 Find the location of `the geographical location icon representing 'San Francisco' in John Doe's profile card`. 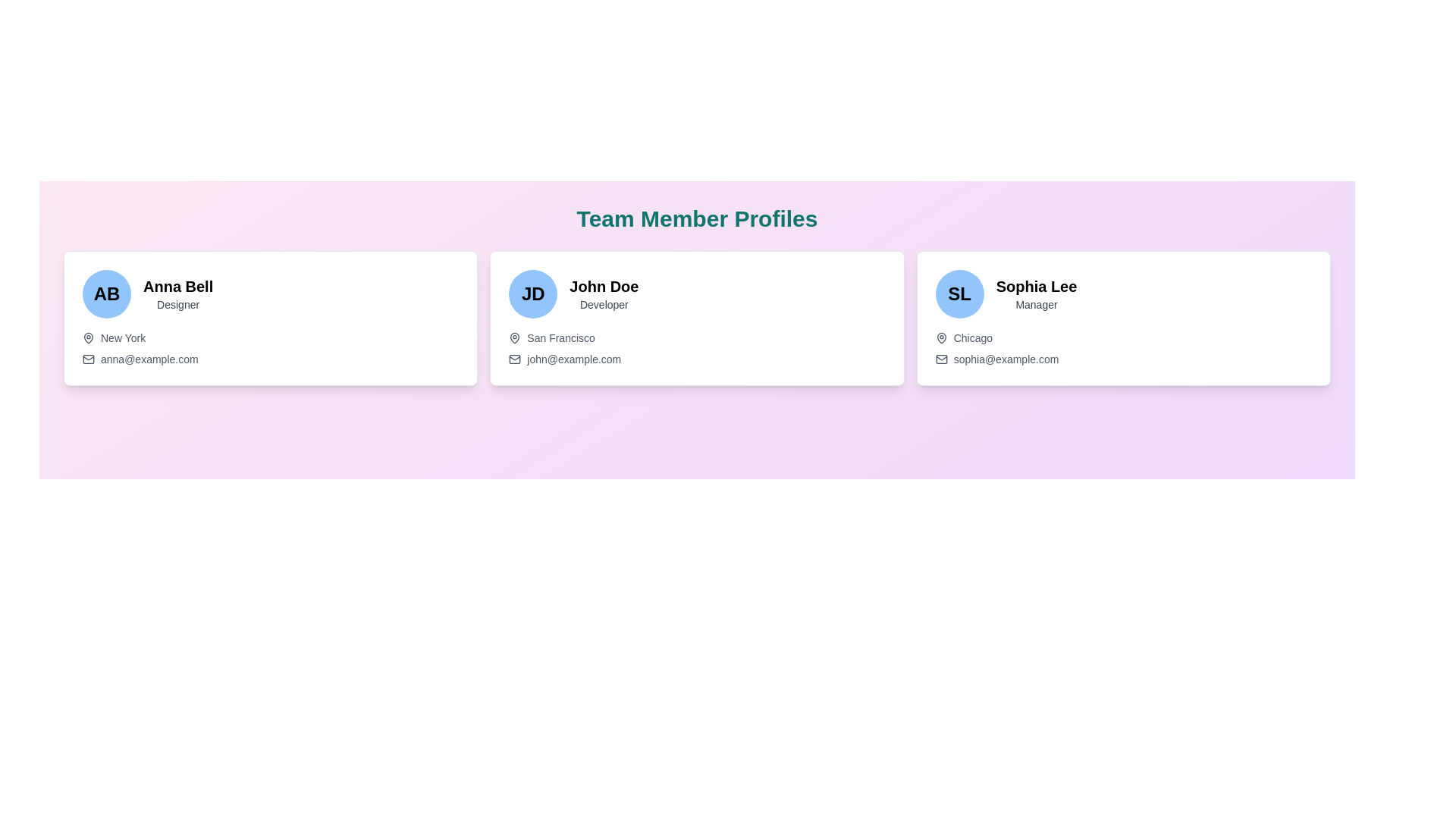

the geographical location icon representing 'San Francisco' in John Doe's profile card is located at coordinates (515, 337).